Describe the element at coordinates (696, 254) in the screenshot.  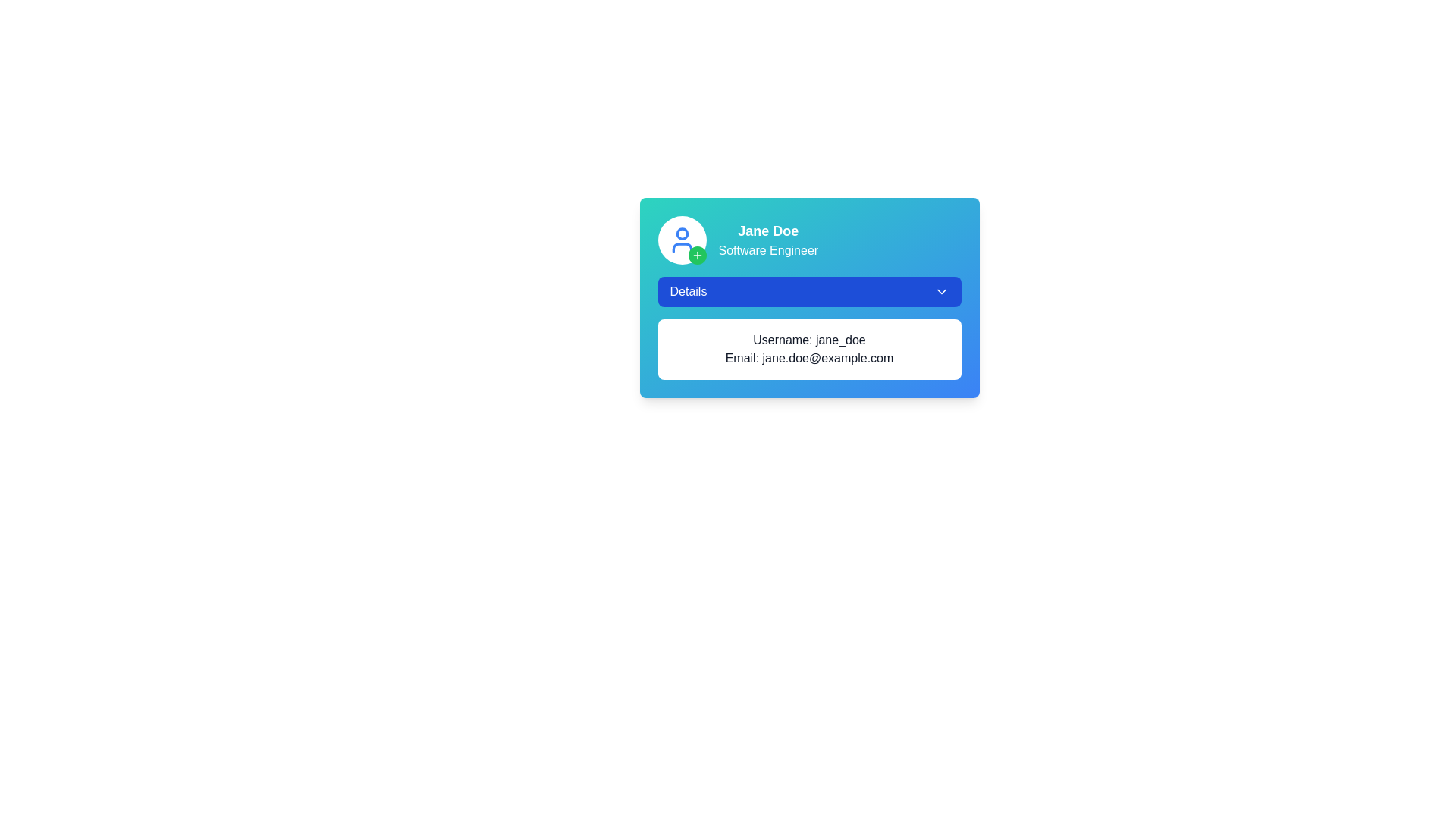
I see `the icon button located in the bottom-right corner of the profile picture inside the blue card section` at that location.